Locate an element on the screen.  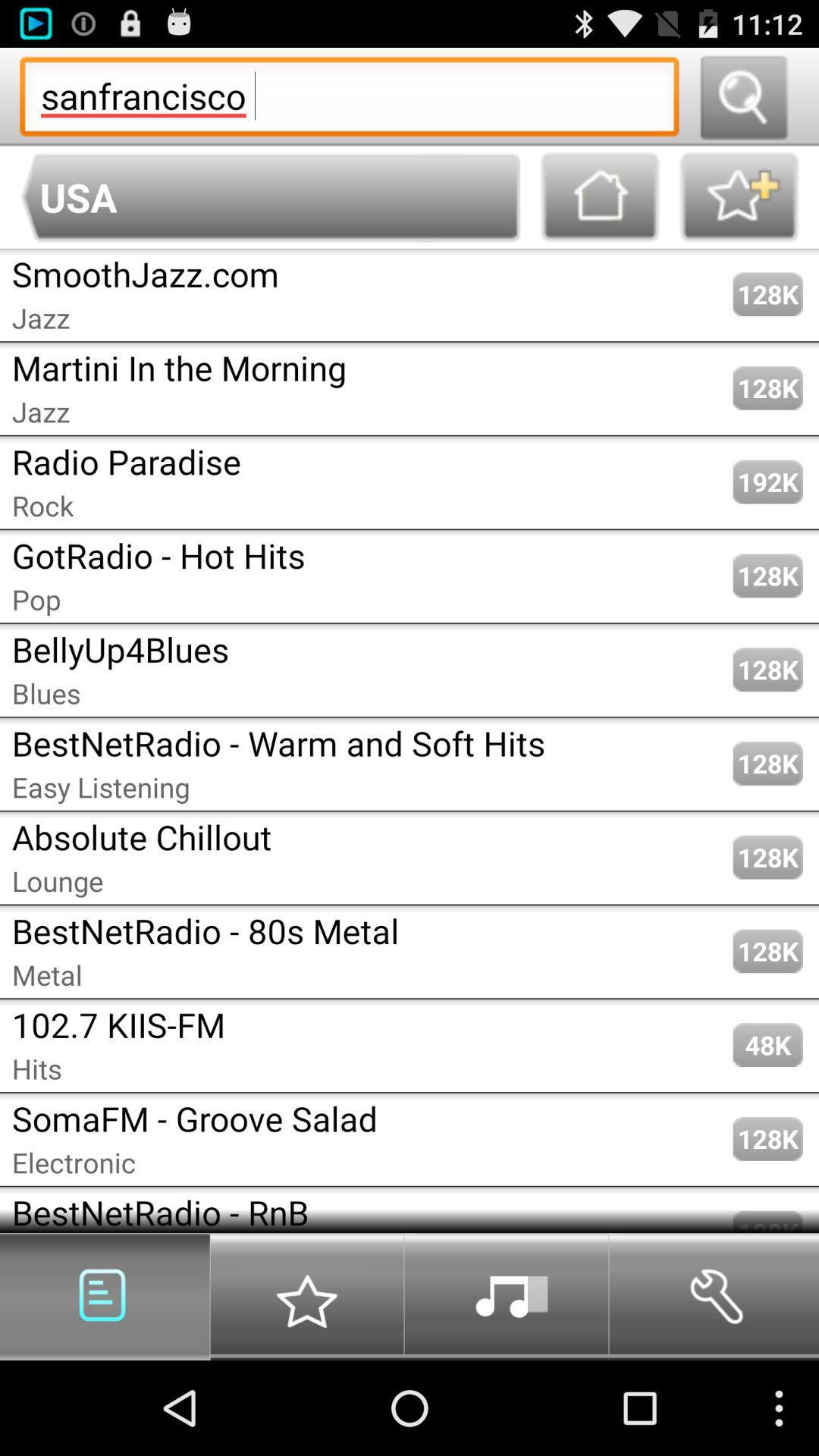
goto home is located at coordinates (599, 196).